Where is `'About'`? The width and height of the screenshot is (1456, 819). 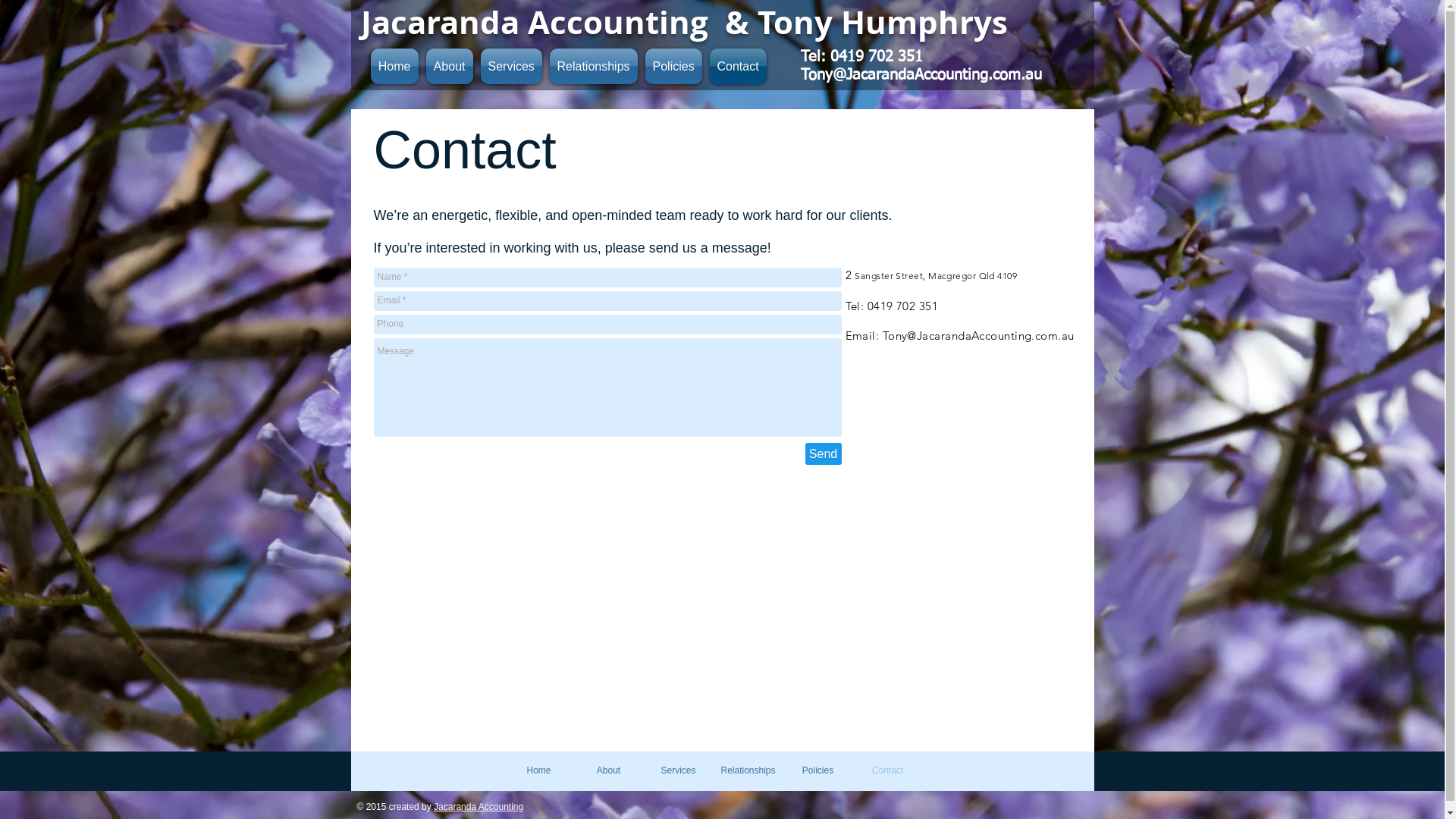 'About' is located at coordinates (422, 65).